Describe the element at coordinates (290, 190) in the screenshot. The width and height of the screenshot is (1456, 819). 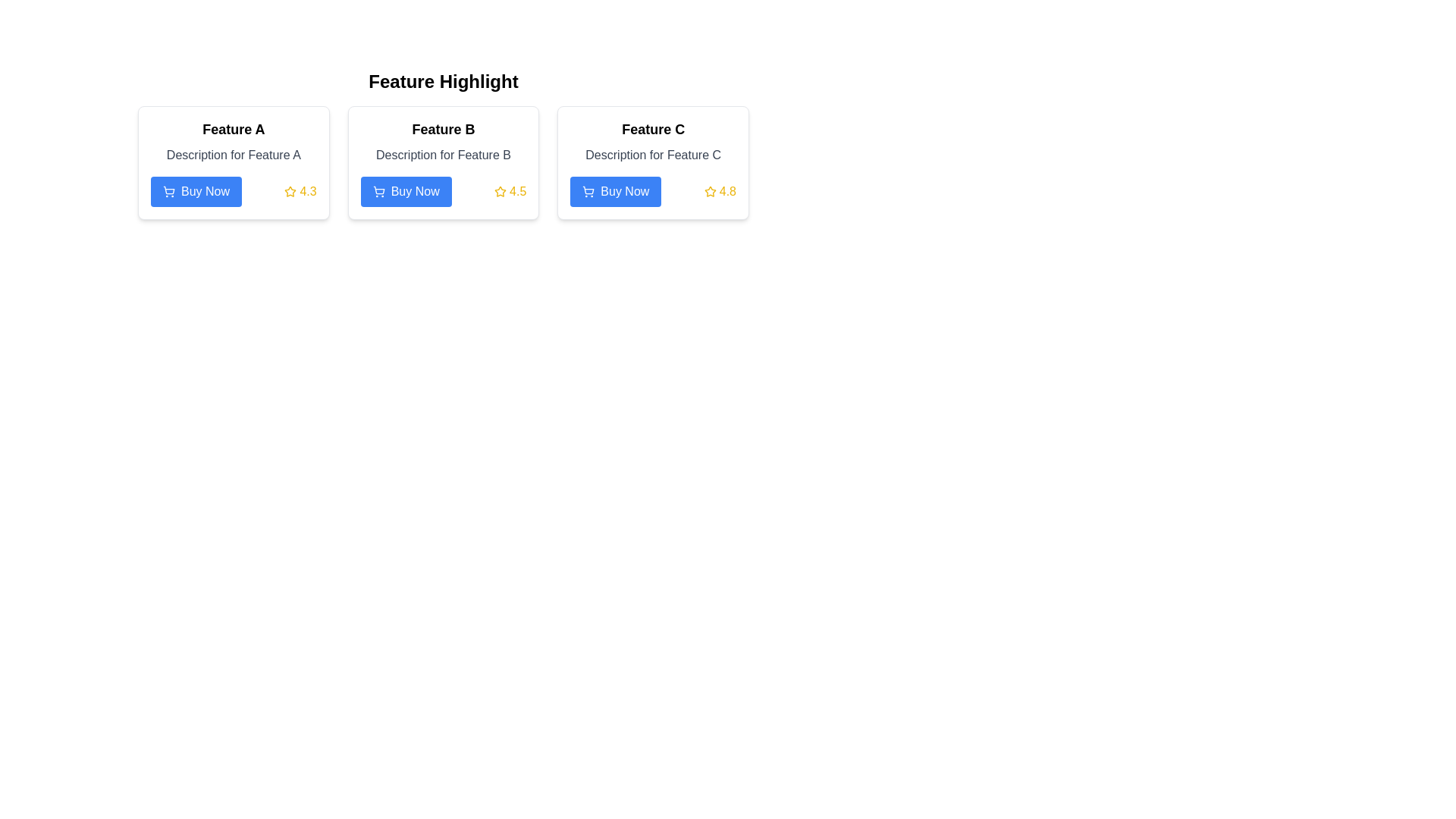
I see `the rating icon located next to the score text '4.5' in the rating area of the 'Feature B' card to provide a clear understanding of user ratings` at that location.